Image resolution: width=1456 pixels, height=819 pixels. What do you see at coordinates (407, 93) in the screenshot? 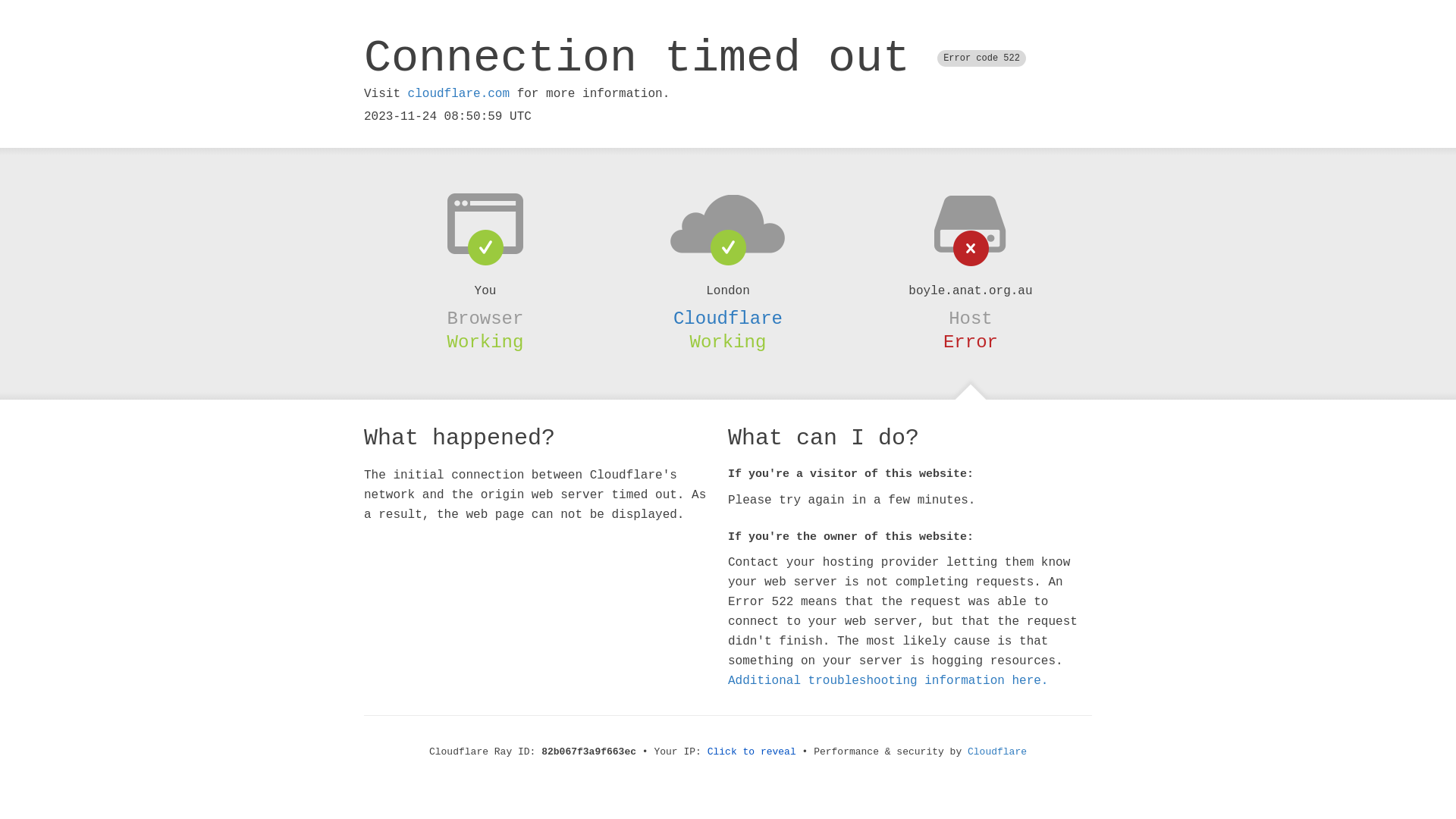
I see `'cloudflare.com'` at bounding box center [407, 93].